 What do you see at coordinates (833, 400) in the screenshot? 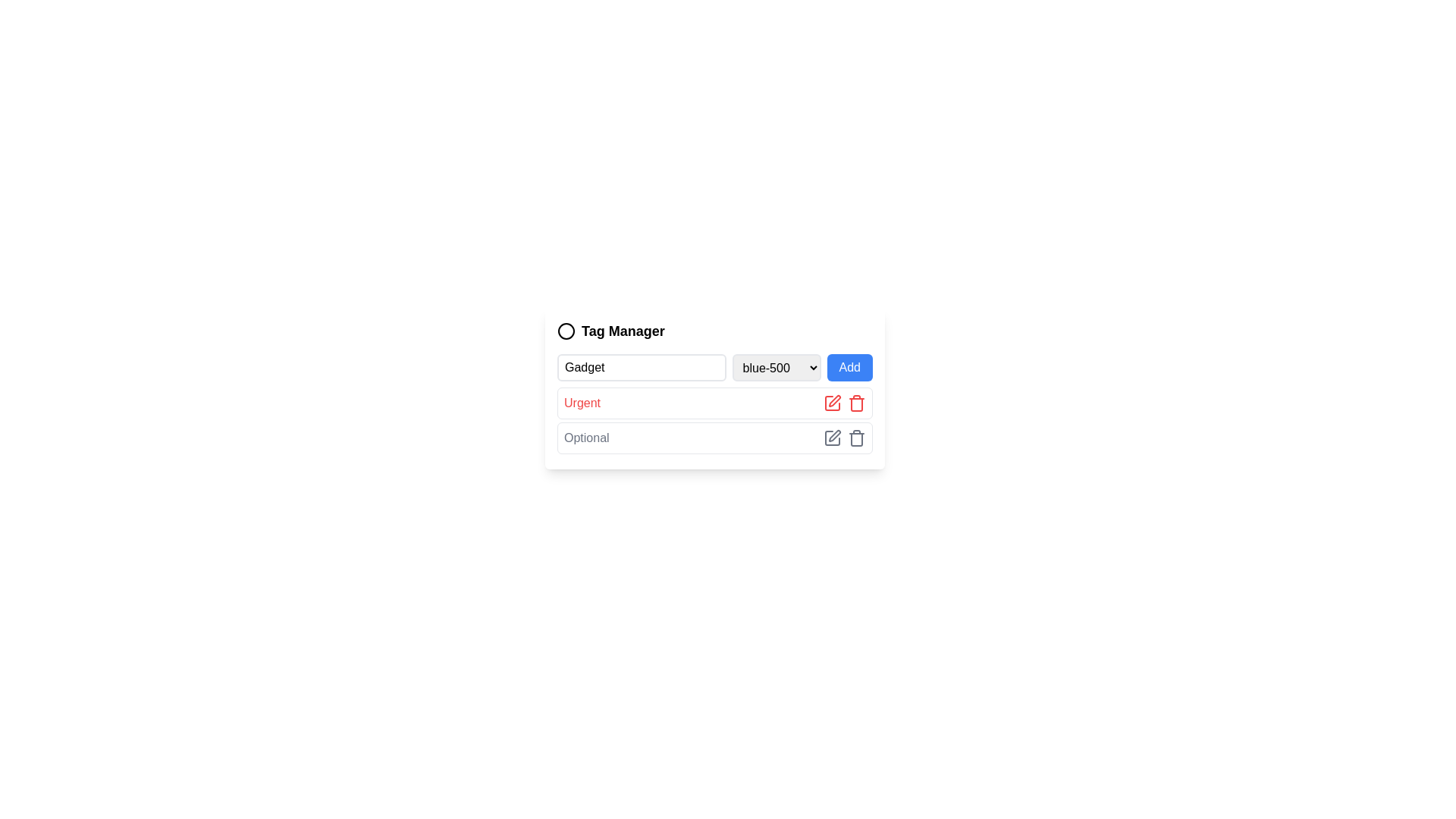
I see `the Edit icon located next to the trash bin icon in the row labeled 'Optional.'` at bounding box center [833, 400].